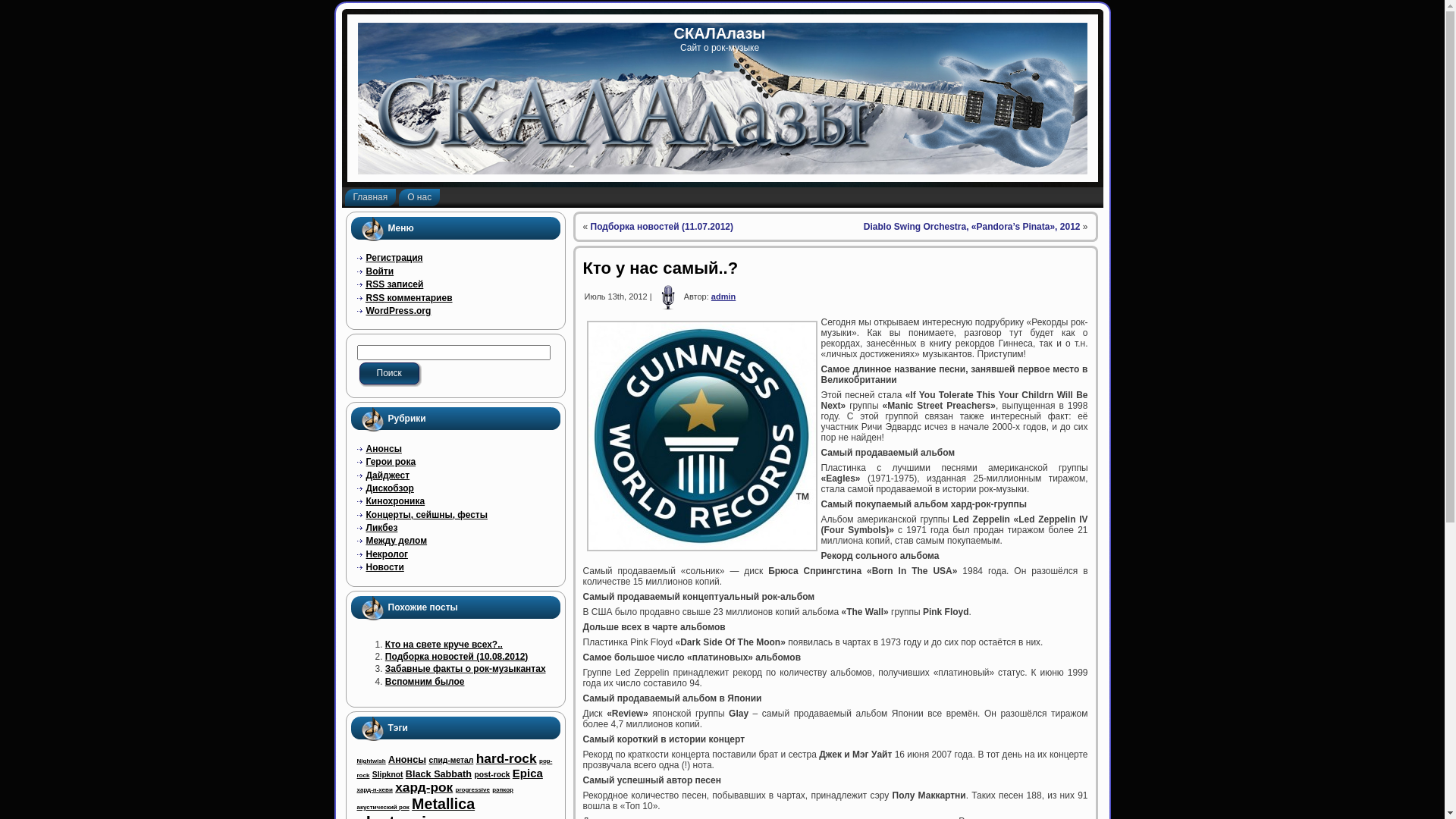 This screenshot has height=819, width=1456. What do you see at coordinates (397, 309) in the screenshot?
I see `'WordPress.org'` at bounding box center [397, 309].